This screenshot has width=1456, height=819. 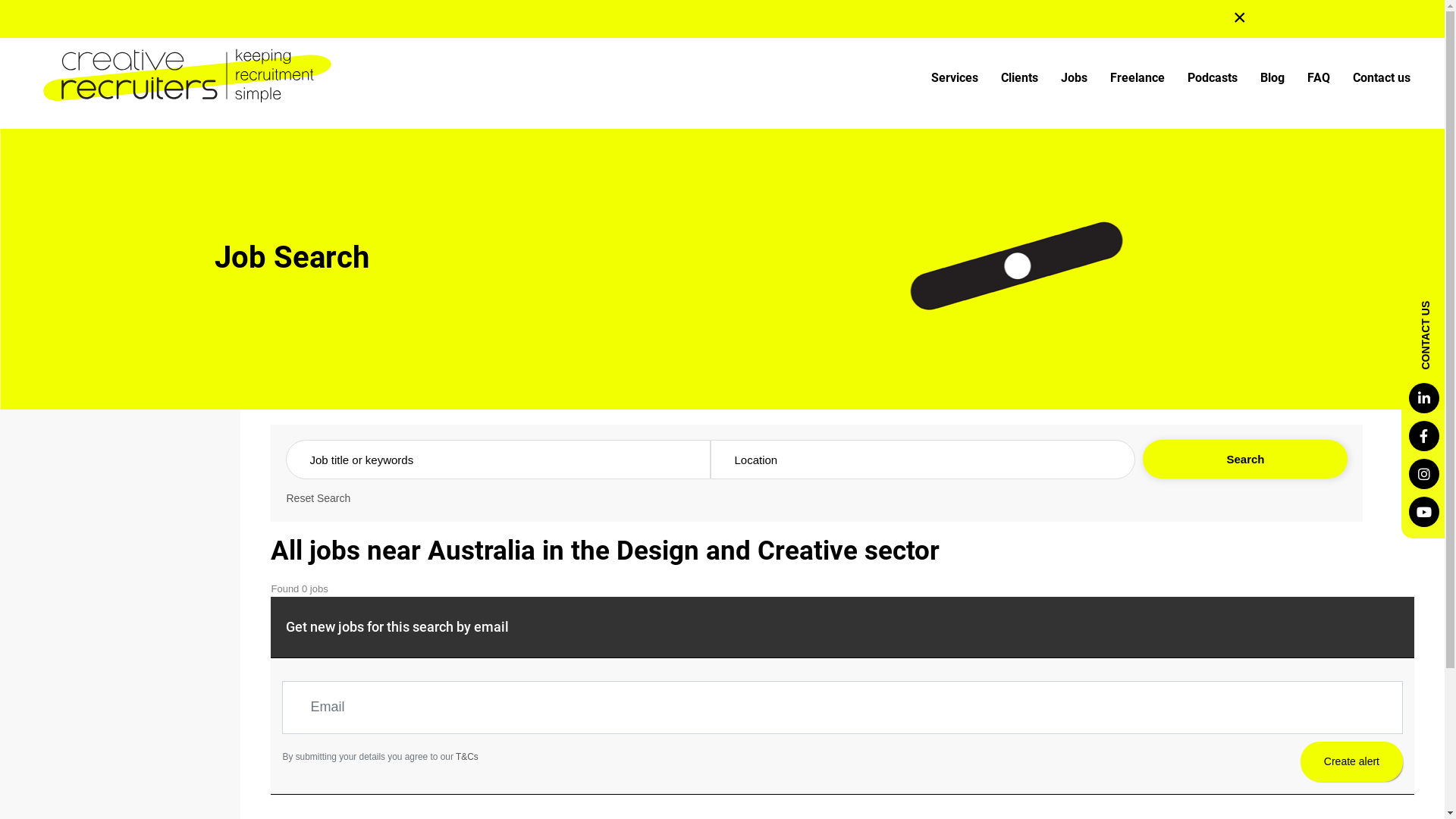 What do you see at coordinates (1137, 78) in the screenshot?
I see `'Freelance'` at bounding box center [1137, 78].